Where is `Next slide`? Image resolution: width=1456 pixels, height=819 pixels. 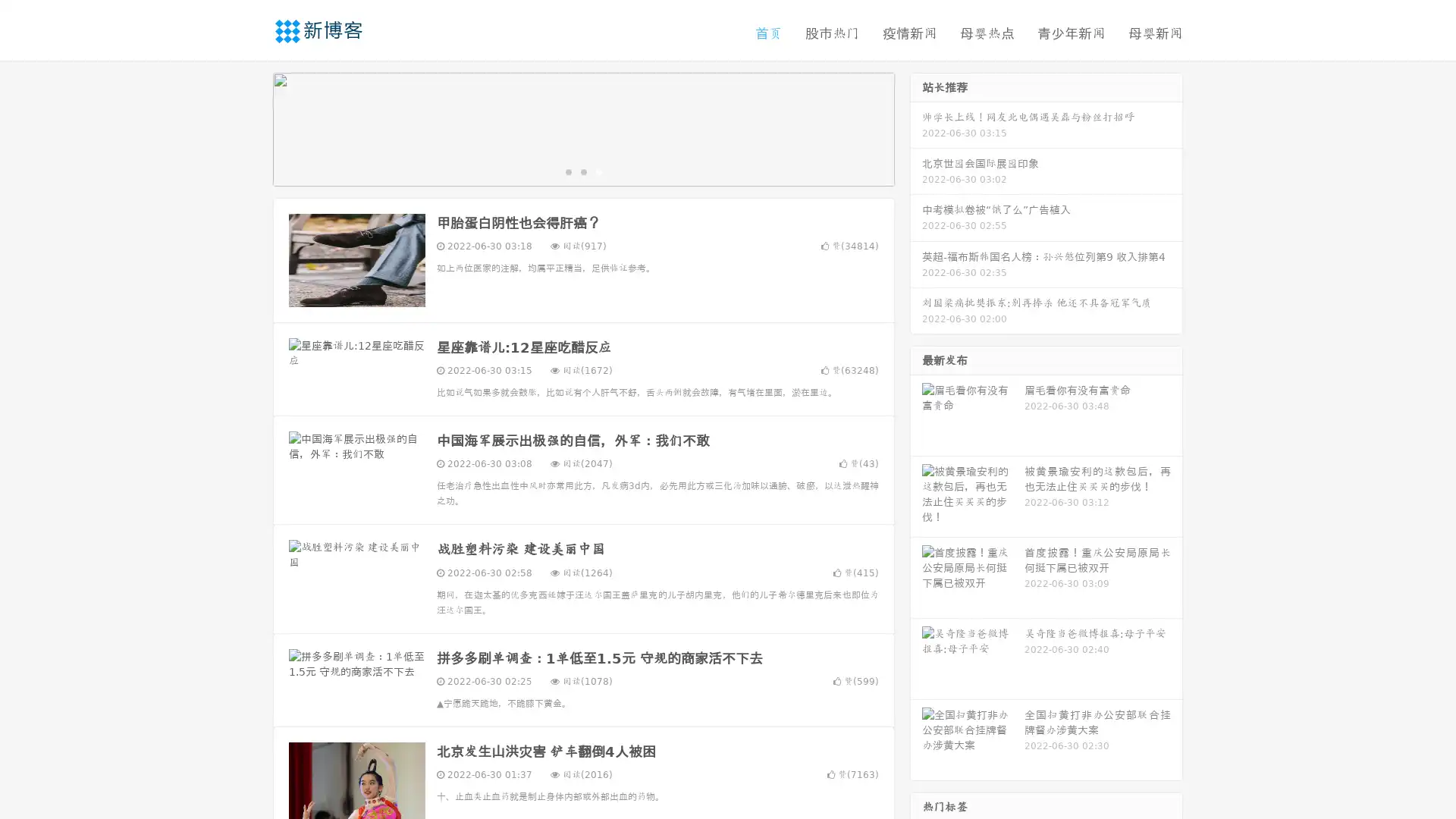 Next slide is located at coordinates (916, 127).